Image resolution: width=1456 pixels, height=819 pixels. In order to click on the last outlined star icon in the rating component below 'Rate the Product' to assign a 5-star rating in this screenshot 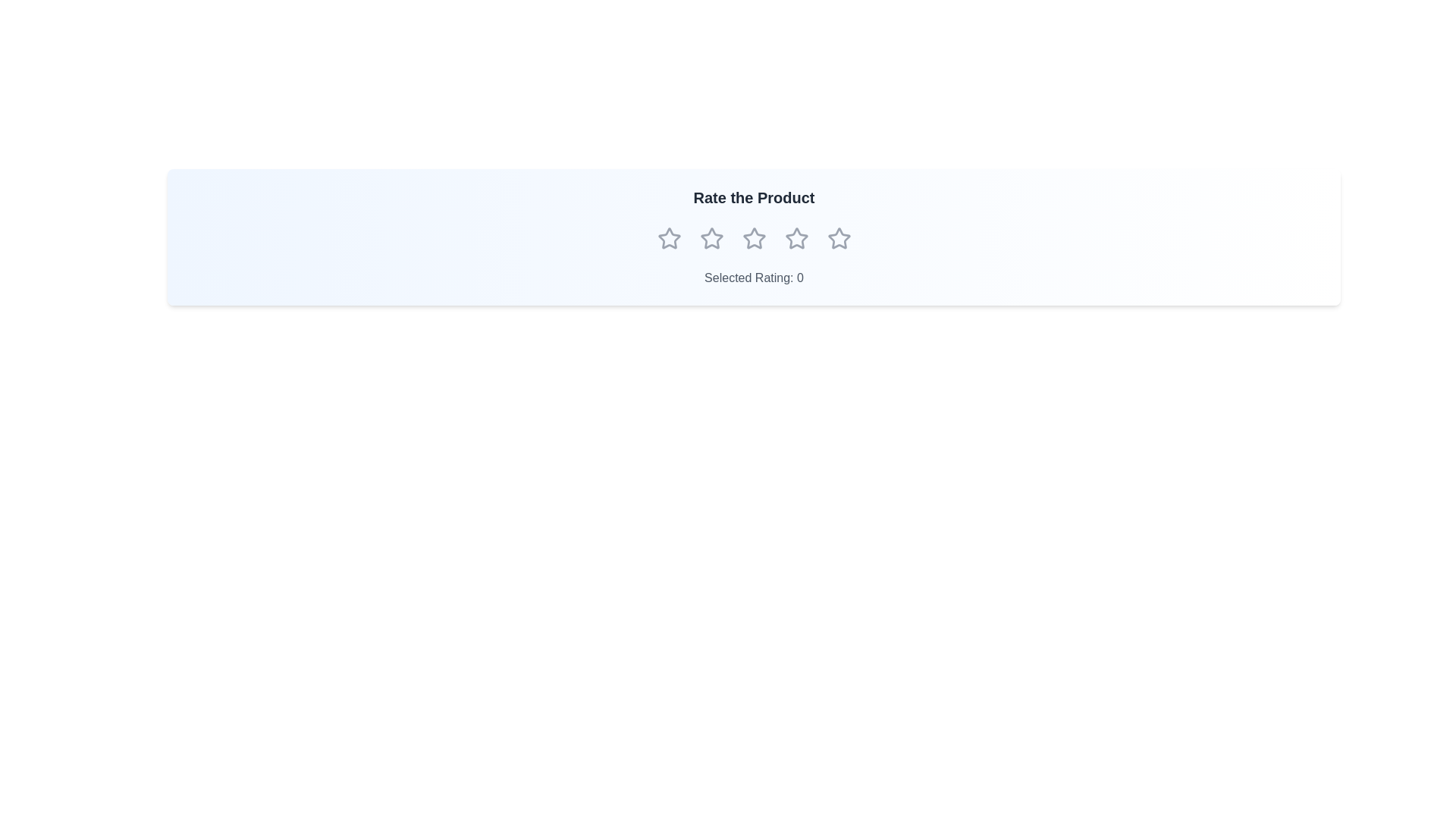, I will do `click(838, 239)`.